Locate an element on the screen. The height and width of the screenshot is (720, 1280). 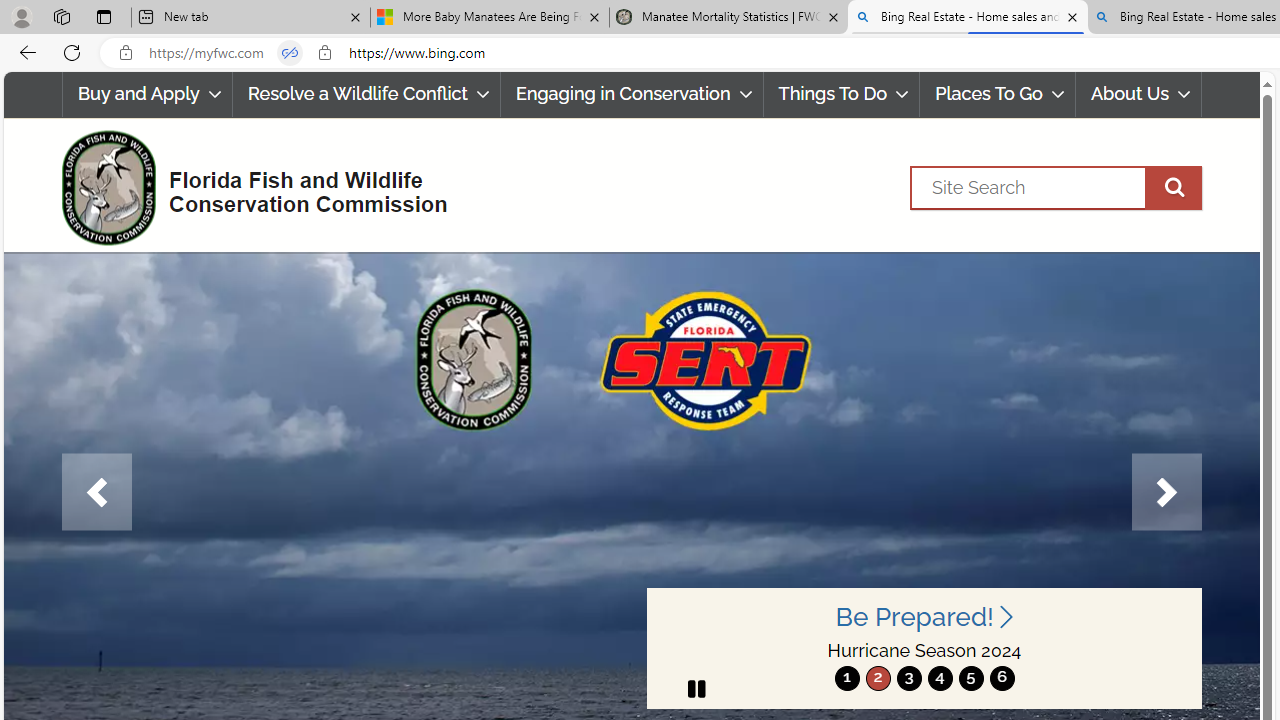
'Resolve a Wildlife Conflict' is located at coordinates (366, 94).